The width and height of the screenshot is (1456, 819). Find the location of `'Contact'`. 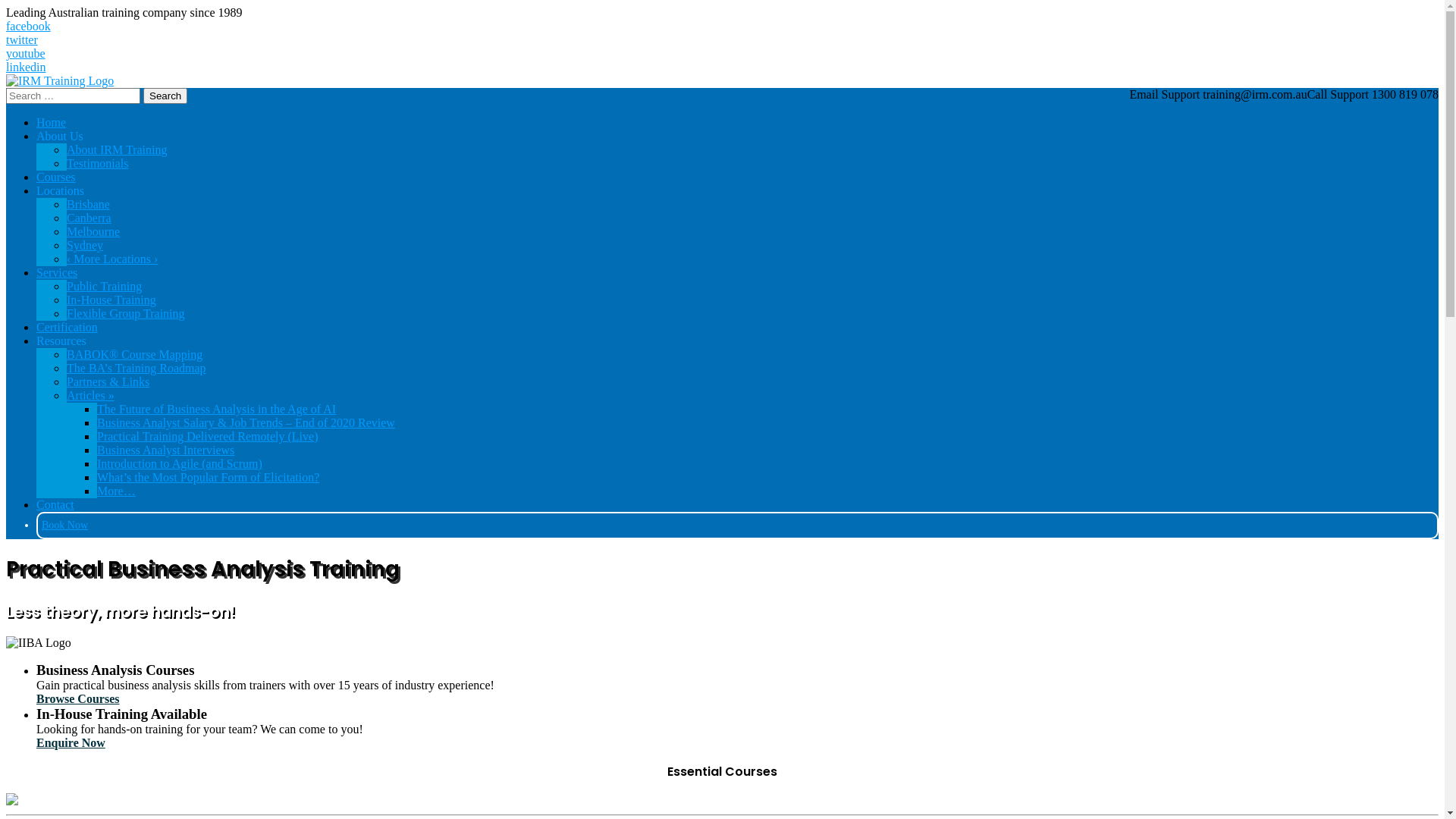

'Contact' is located at coordinates (55, 504).